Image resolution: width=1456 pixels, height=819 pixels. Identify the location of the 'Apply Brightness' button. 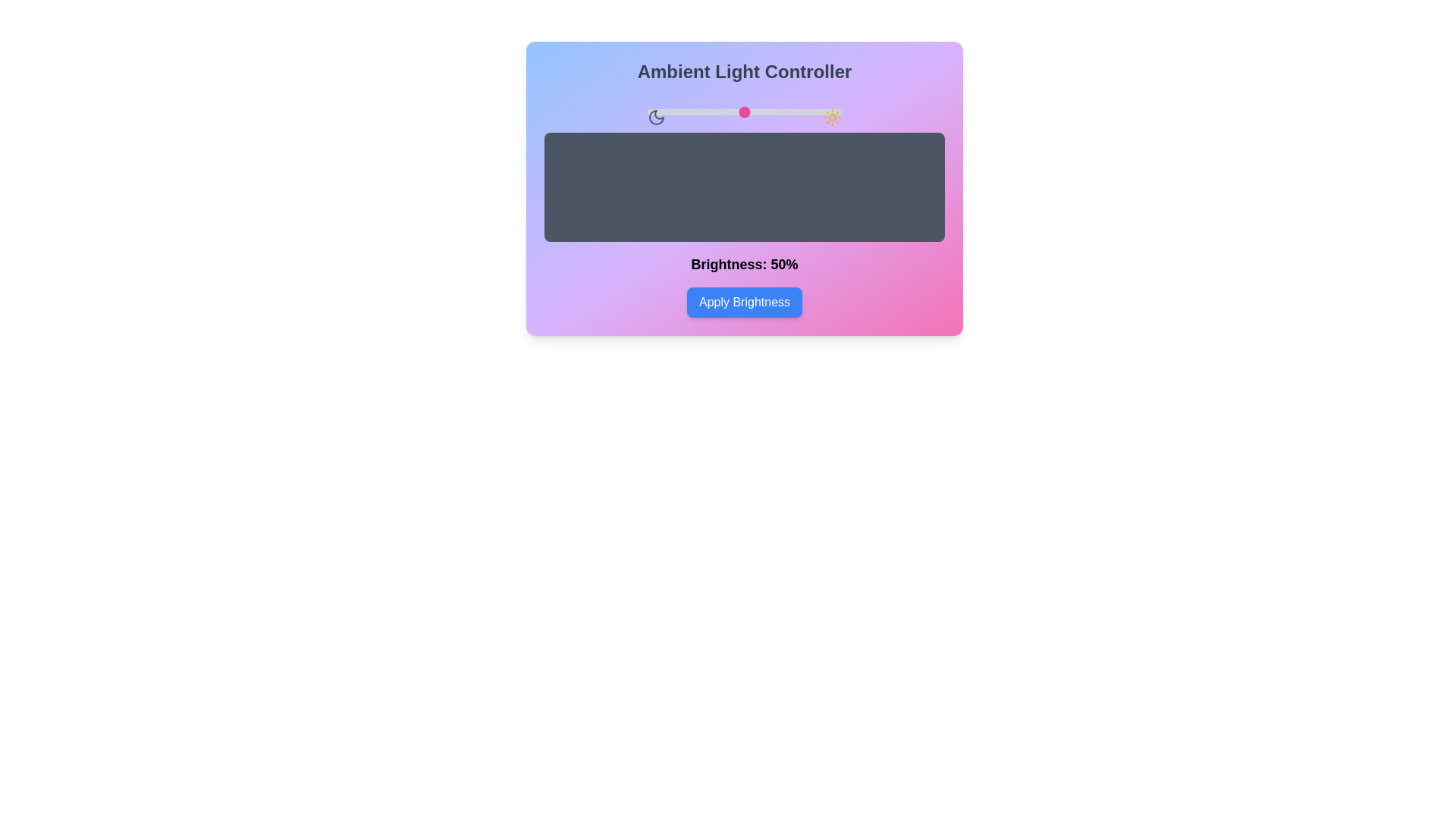
(745, 302).